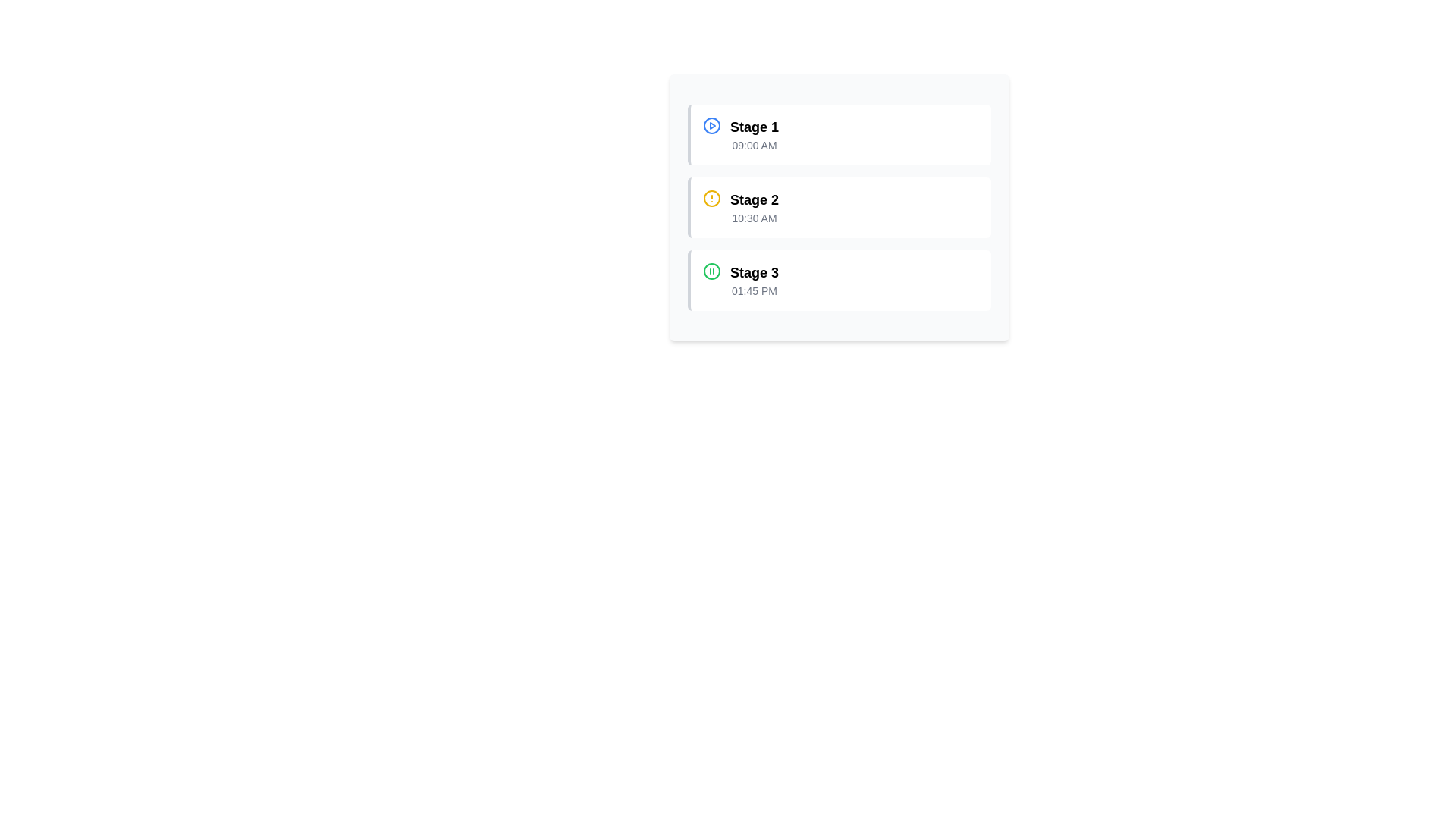 This screenshot has width=1456, height=819. What do you see at coordinates (754, 218) in the screenshot?
I see `the Static Text element displaying '10:30 AM', which is located directly below 'Stage 2' in the vertically listed schedule` at bounding box center [754, 218].